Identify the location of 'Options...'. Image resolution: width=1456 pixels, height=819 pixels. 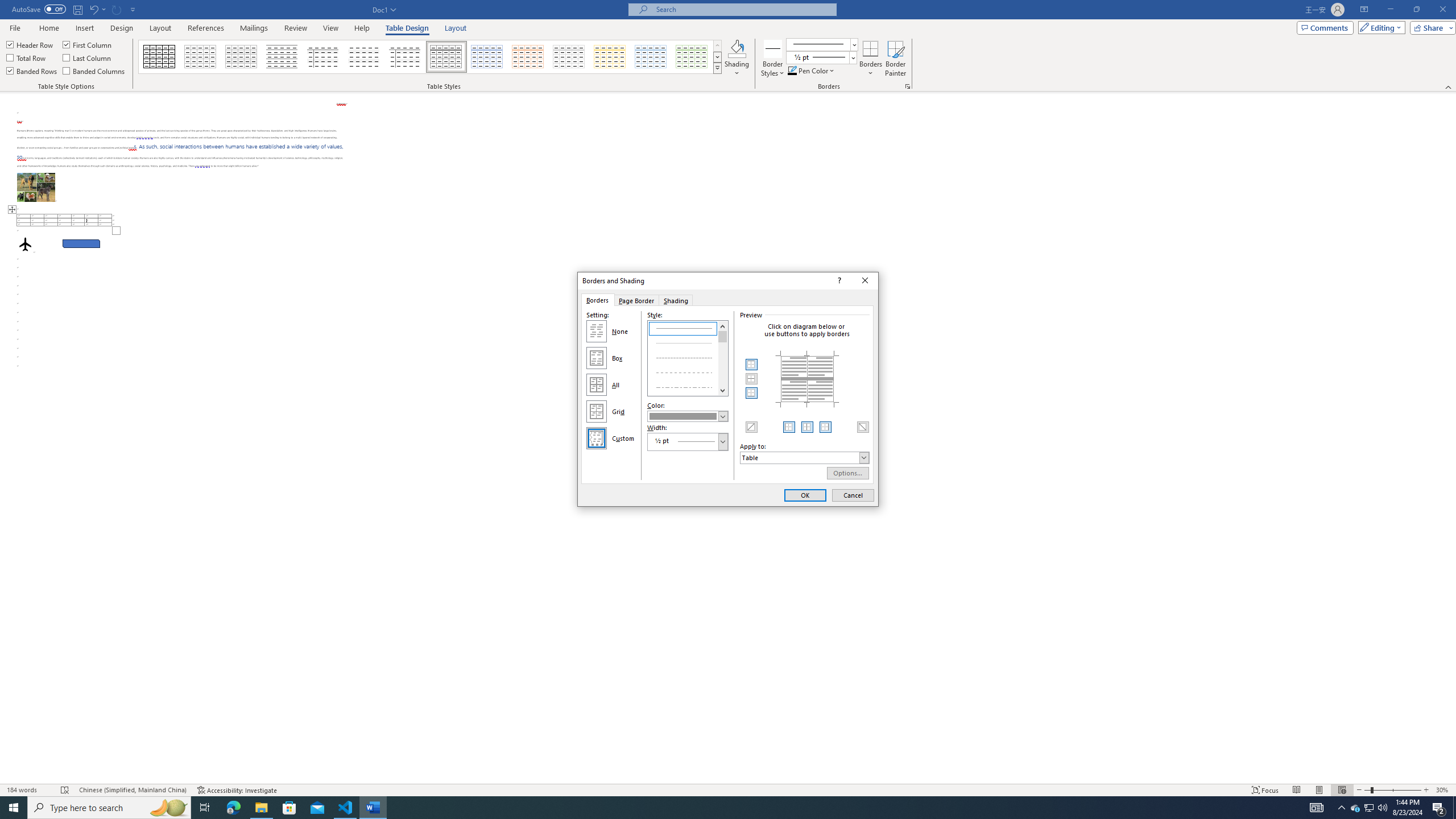
(848, 473).